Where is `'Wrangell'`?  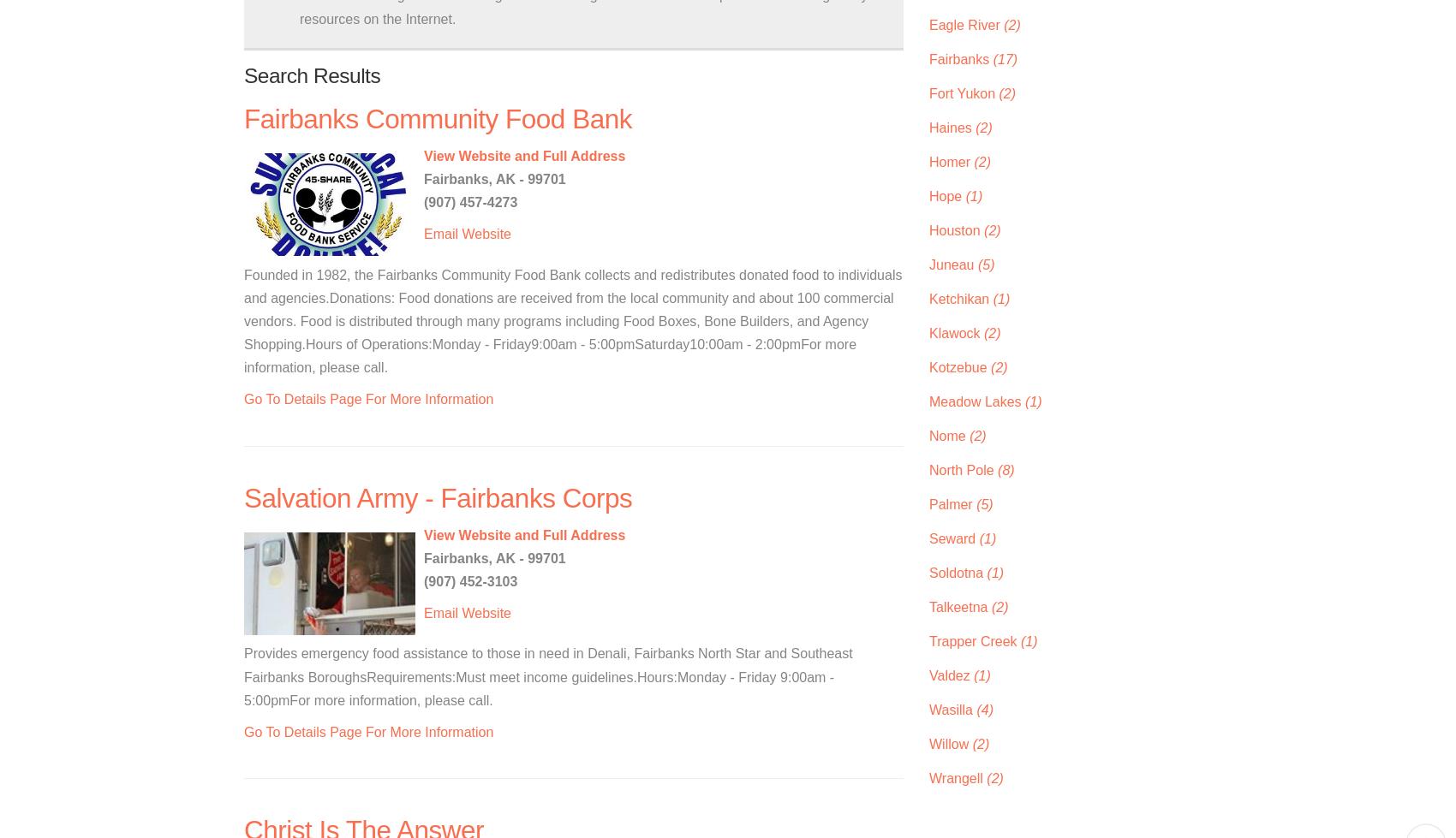 'Wrangell' is located at coordinates (958, 776).